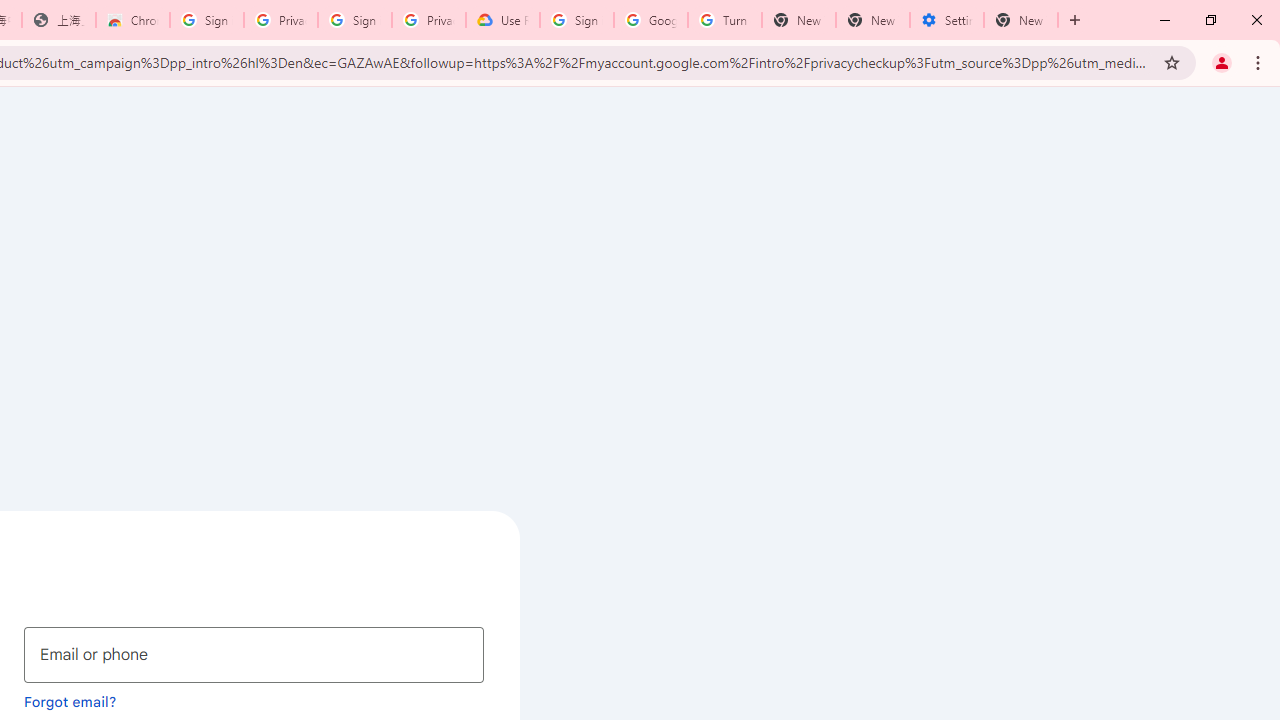 The image size is (1280, 720). What do you see at coordinates (651, 20) in the screenshot?
I see `'Google Account Help'` at bounding box center [651, 20].